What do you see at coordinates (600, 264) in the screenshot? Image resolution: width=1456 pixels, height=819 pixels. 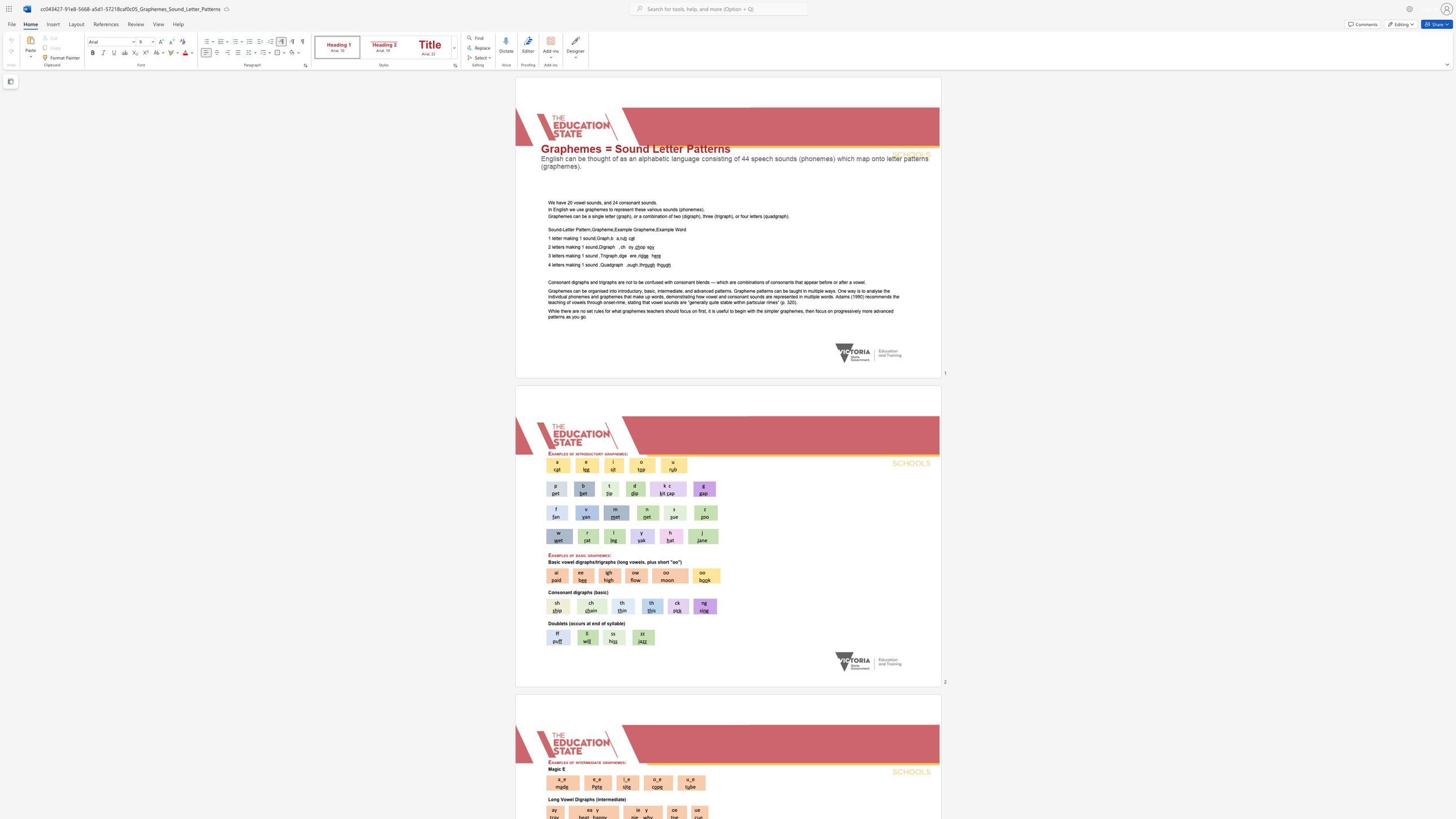 I see `the subset text "Quadgraph     ,oug" within the text "4 letters making 1 sound  ,Quadgraph     ,ough ,thr"` at bounding box center [600, 264].